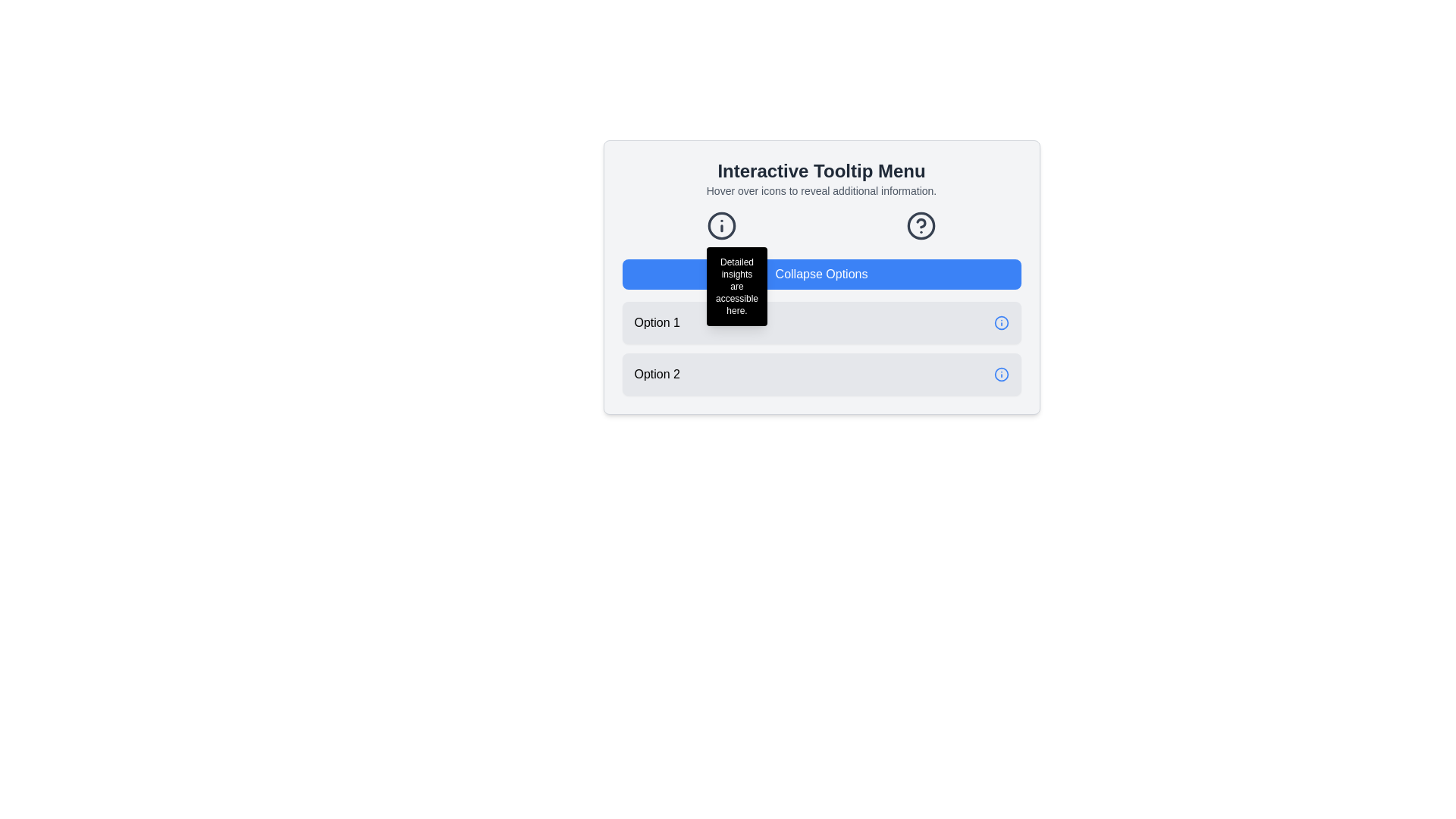 The height and width of the screenshot is (819, 1456). I want to click on the tooltip located below the circular information icon in the top-left section of the interface to keep it visible, so click(737, 287).